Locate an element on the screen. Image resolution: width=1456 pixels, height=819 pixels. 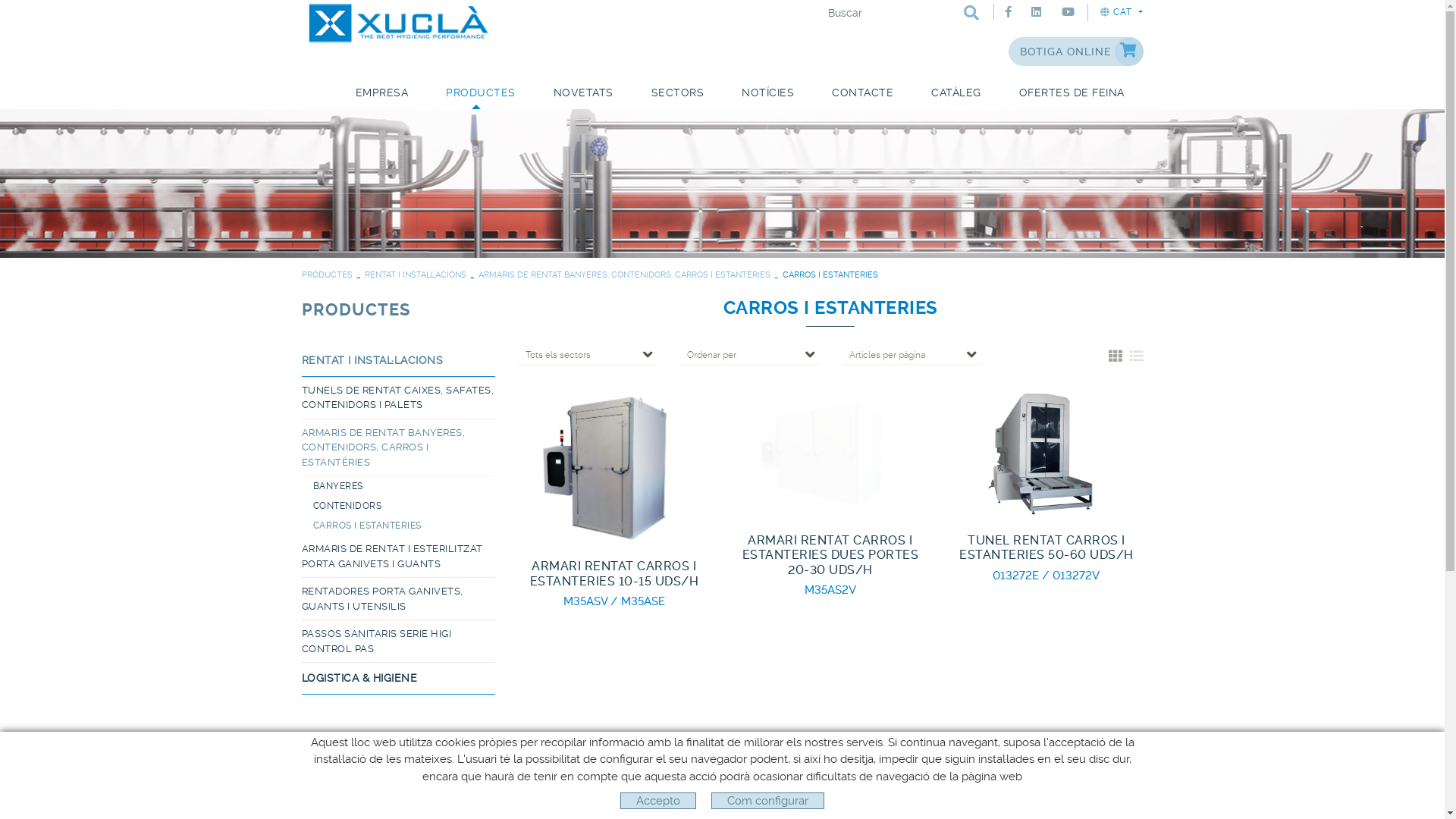
'OFERTES DE FEINA' is located at coordinates (1070, 93).